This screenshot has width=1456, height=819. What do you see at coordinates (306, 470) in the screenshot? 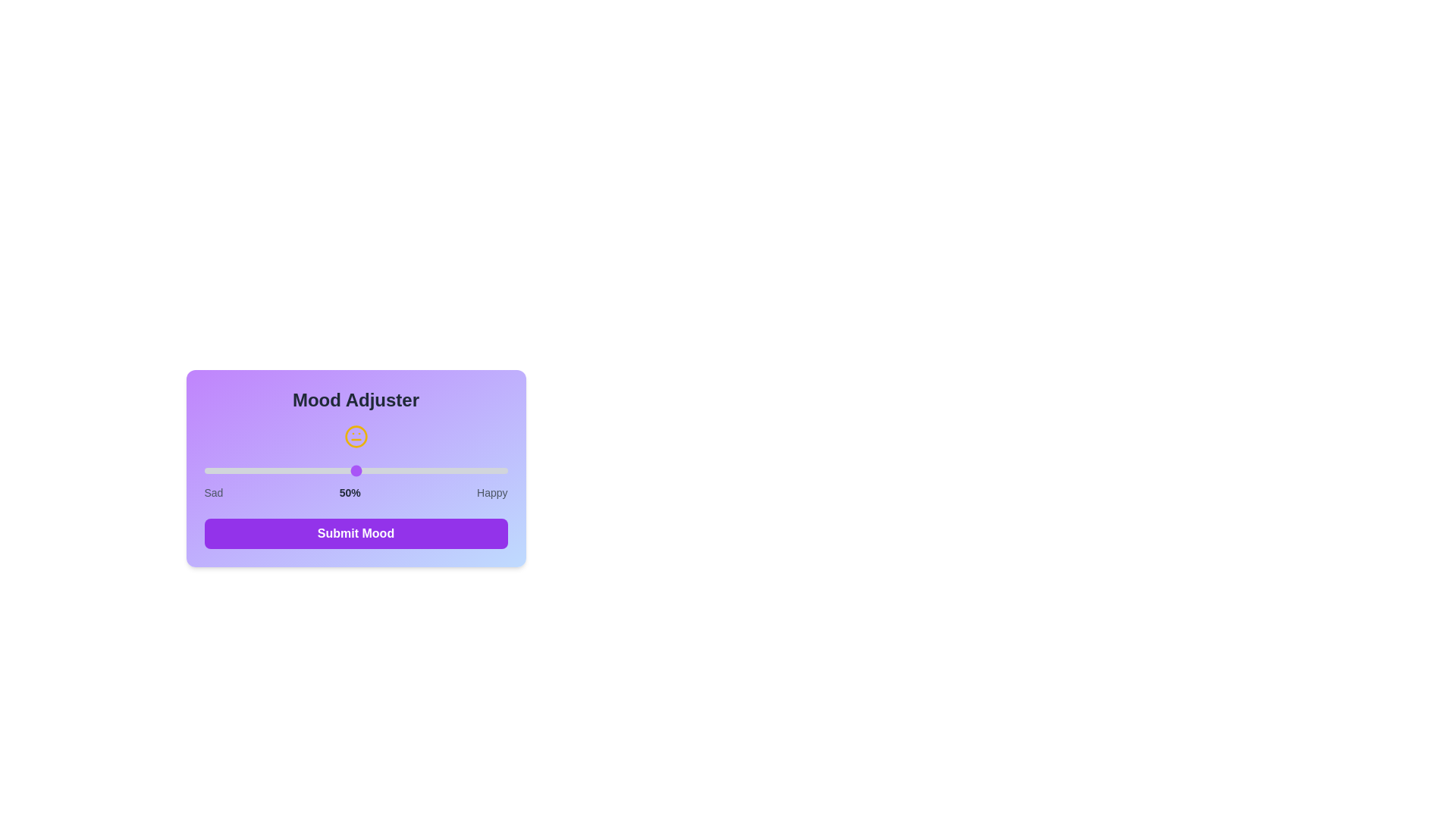
I see `the mood slider to 34%` at bounding box center [306, 470].